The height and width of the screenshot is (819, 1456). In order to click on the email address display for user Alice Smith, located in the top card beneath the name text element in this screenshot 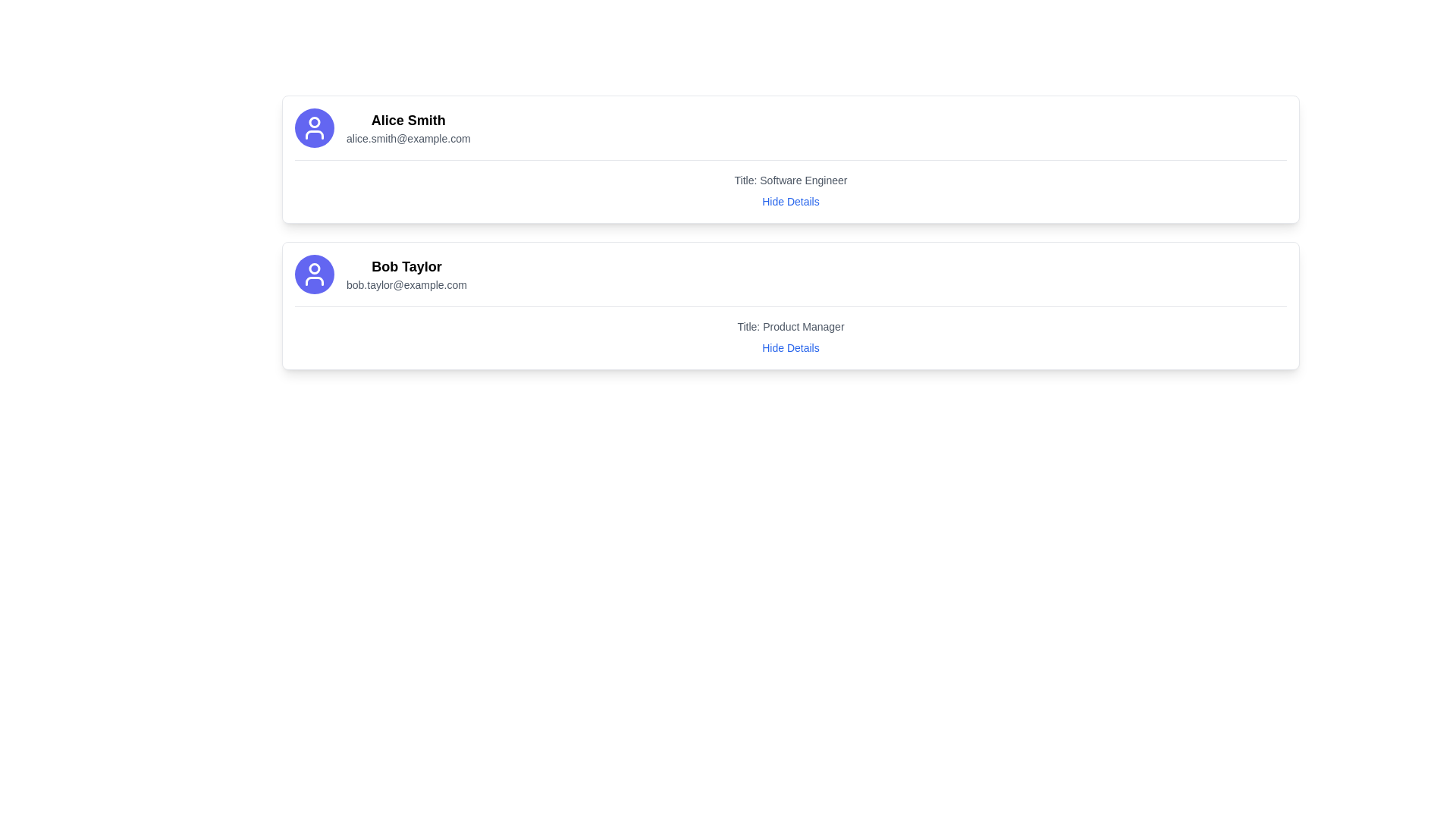, I will do `click(408, 138)`.